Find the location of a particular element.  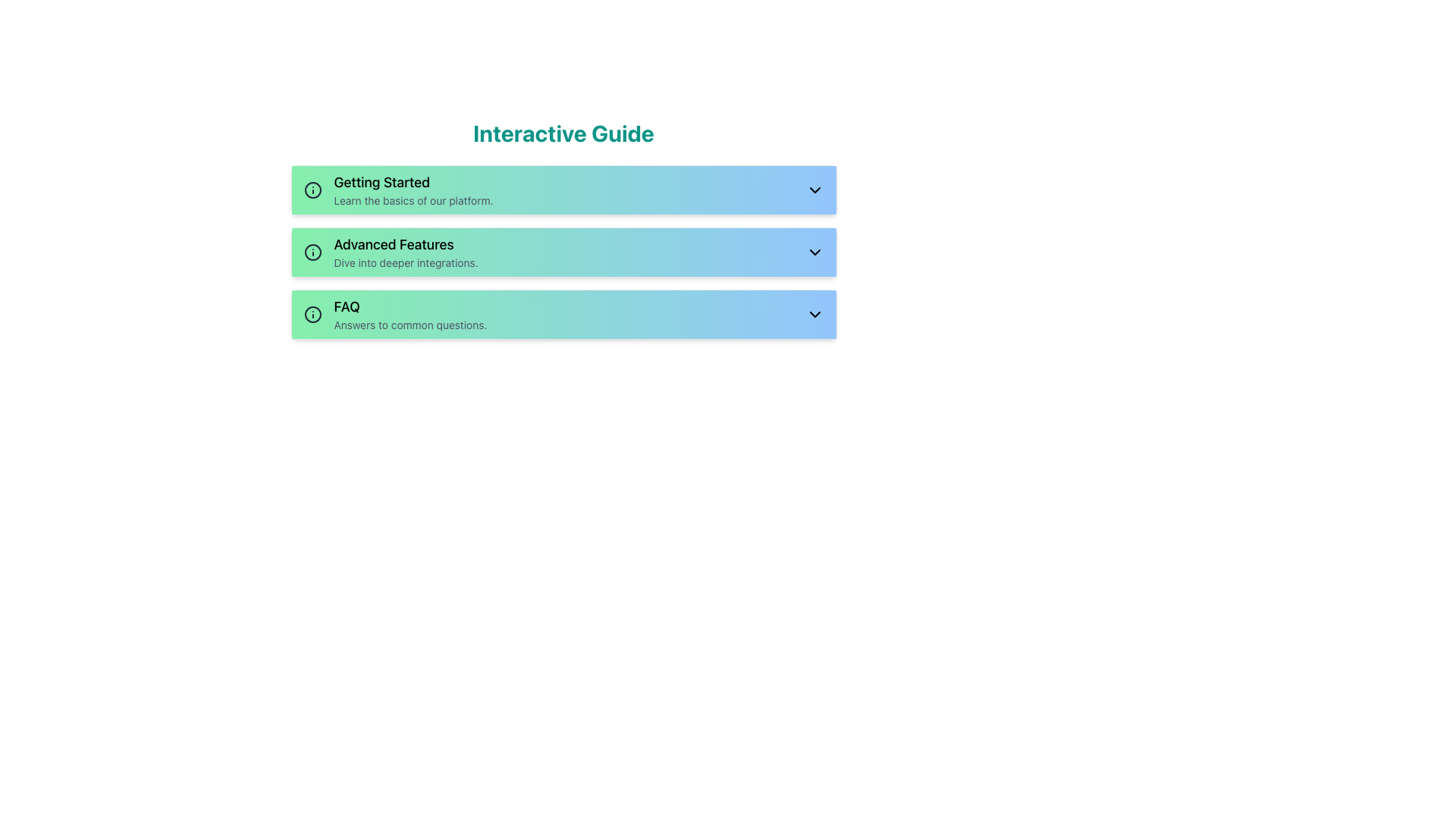

the 'Advanced Features' button, which has a gradient background from green to blue and is the second button in the list is located at coordinates (563, 251).